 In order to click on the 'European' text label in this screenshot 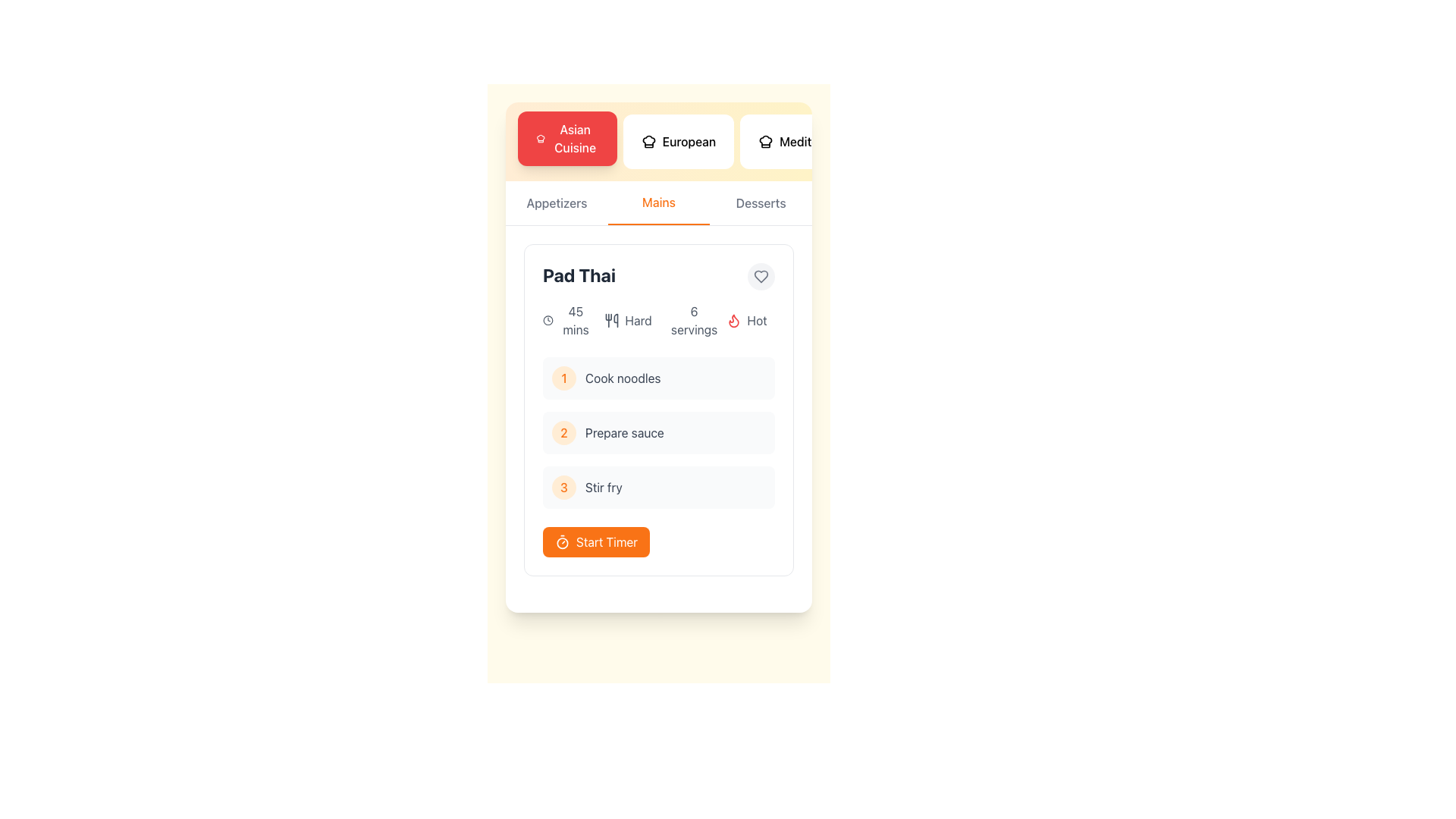, I will do `click(688, 141)`.